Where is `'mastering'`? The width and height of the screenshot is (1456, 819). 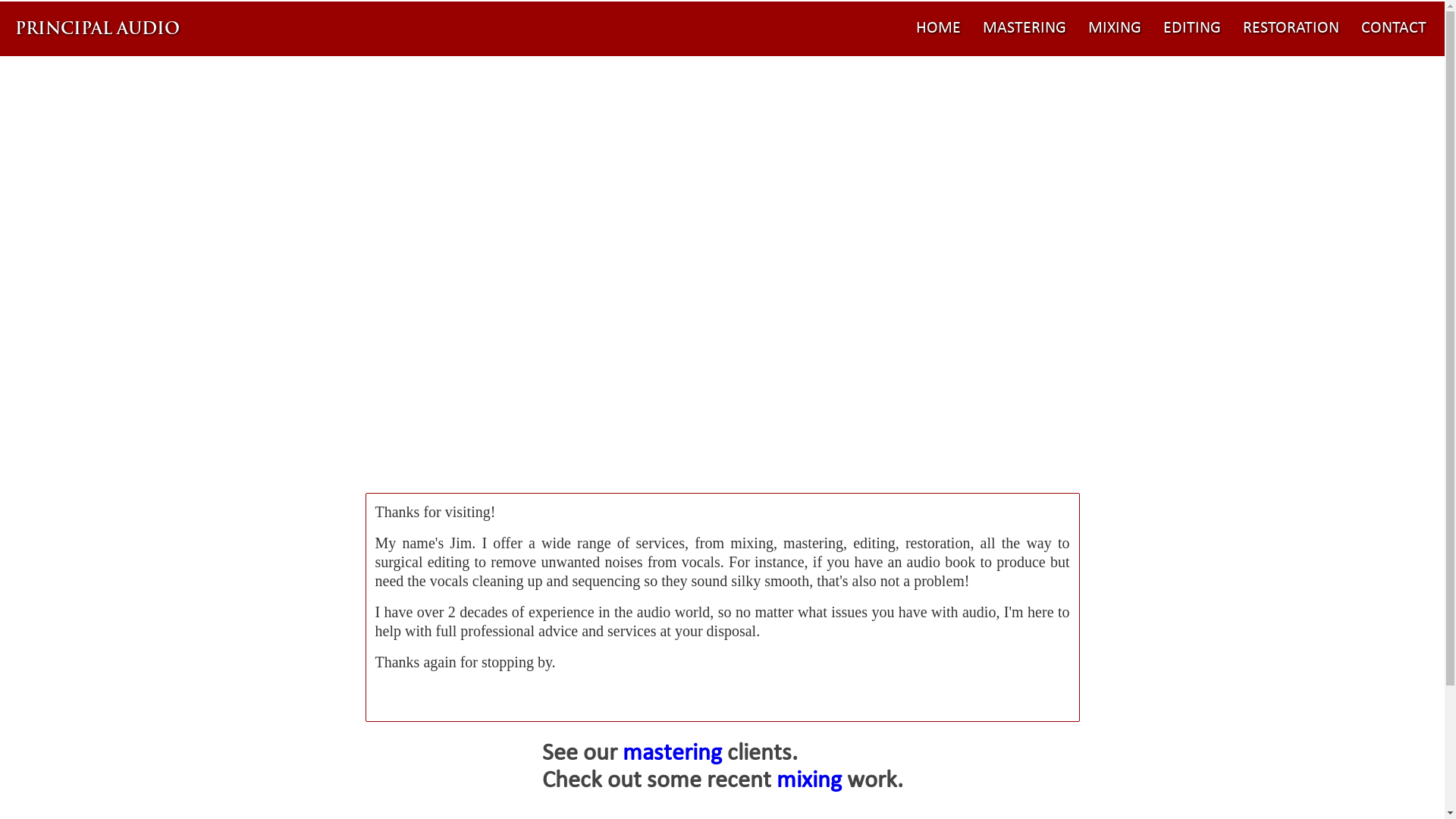
'mastering' is located at coordinates (670, 754).